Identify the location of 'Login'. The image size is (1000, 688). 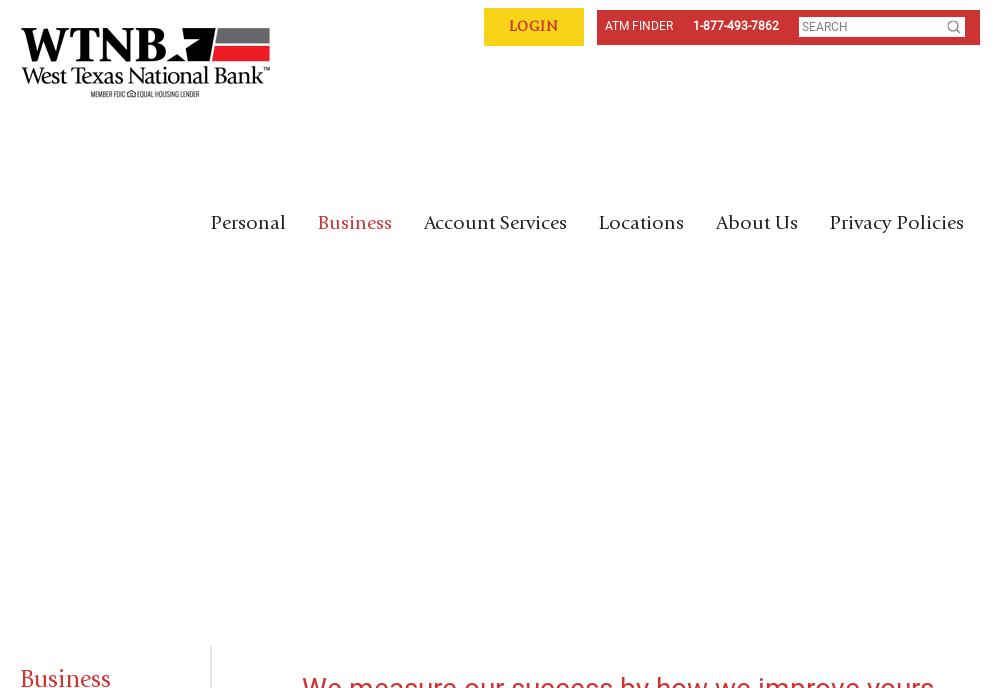
(534, 26).